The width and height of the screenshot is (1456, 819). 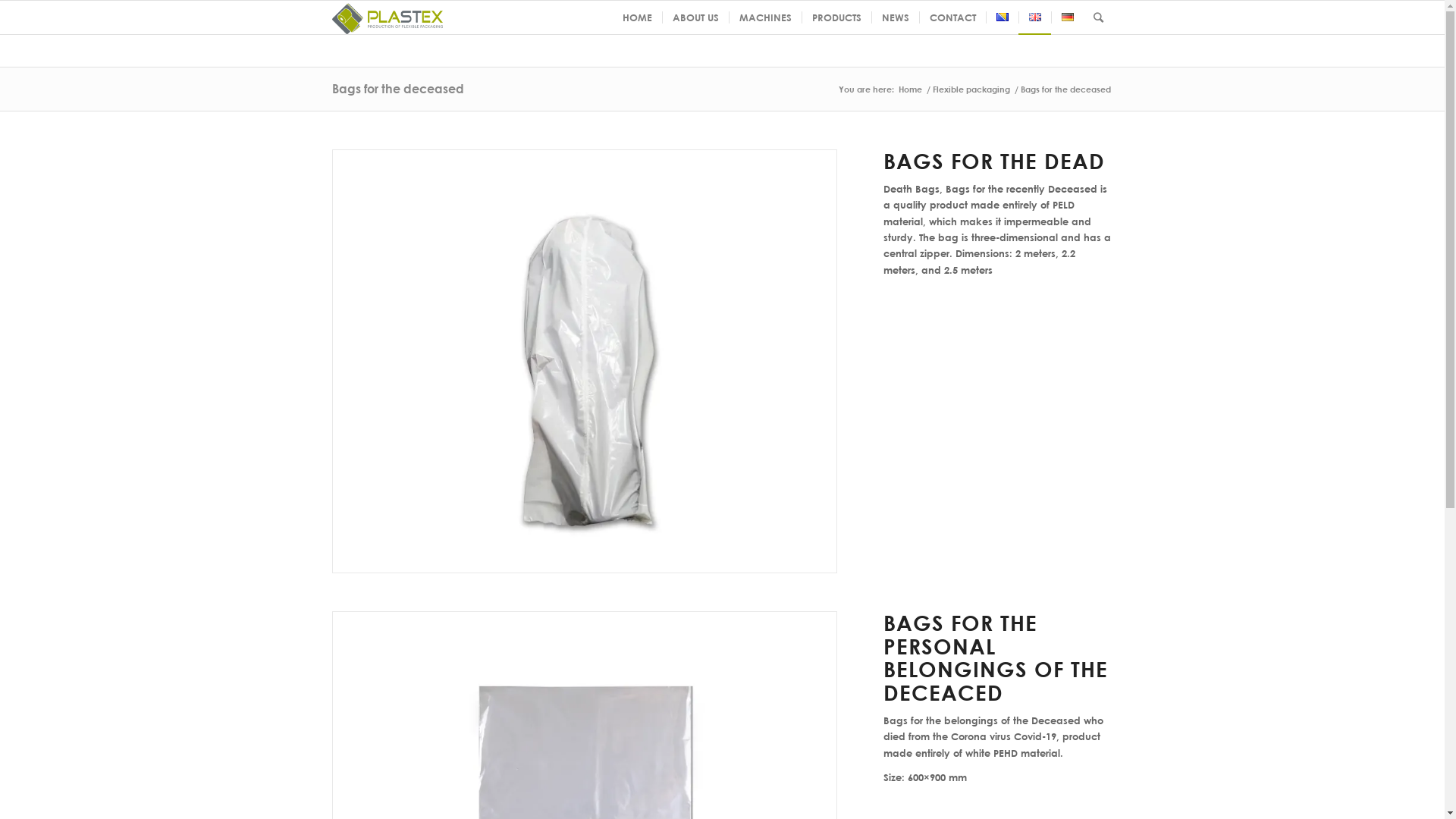 I want to click on 'HOME', so click(x=637, y=17).